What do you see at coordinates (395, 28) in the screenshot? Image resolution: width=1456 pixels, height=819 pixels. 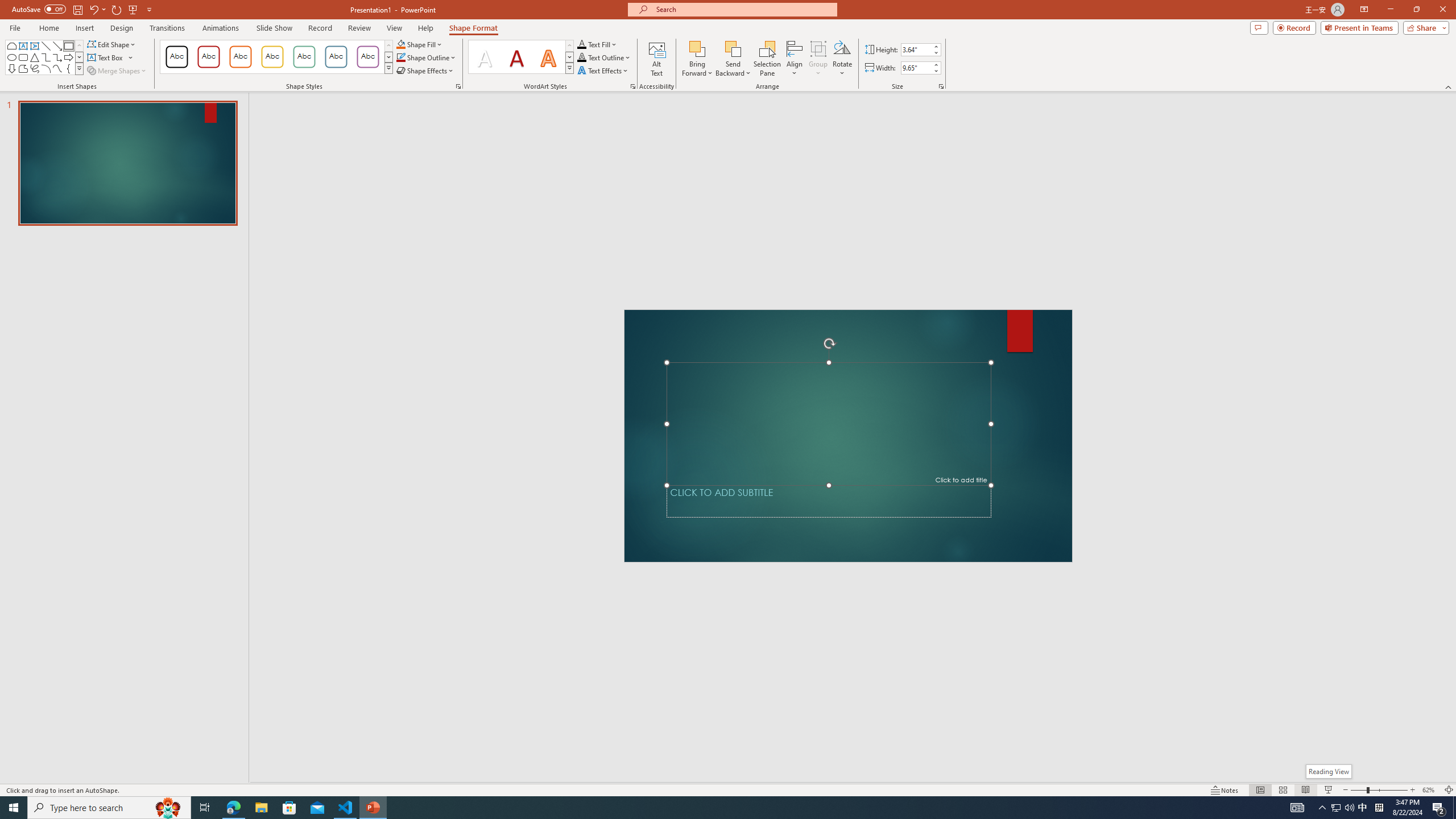 I see `'View'` at bounding box center [395, 28].